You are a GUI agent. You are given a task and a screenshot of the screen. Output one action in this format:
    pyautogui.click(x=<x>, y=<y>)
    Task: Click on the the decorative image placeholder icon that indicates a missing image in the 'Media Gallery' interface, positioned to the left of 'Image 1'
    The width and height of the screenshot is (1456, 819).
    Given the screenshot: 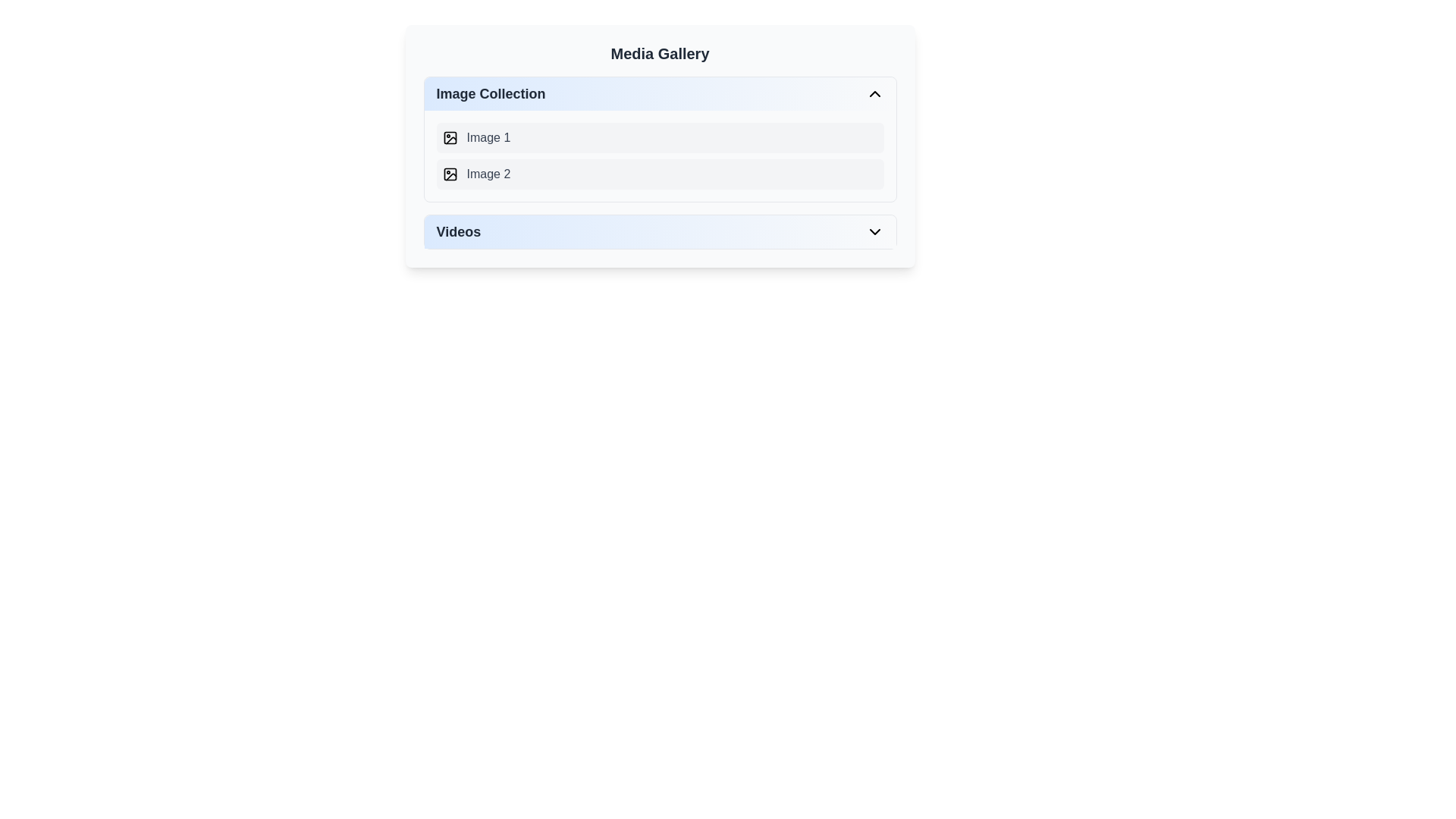 What is the action you would take?
    pyautogui.click(x=449, y=137)
    